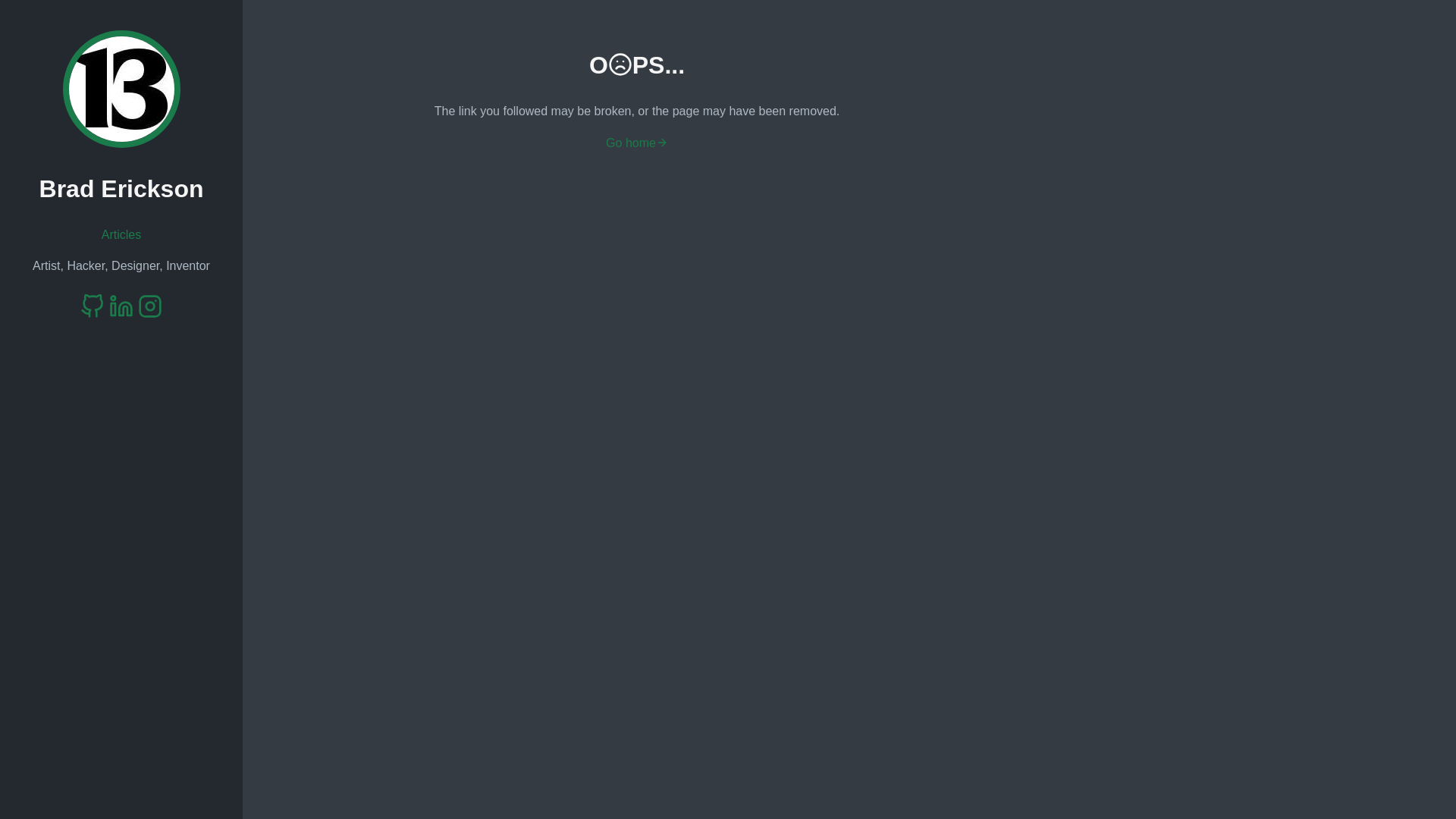 The height and width of the screenshot is (819, 1456). I want to click on 'Articles', so click(120, 234).